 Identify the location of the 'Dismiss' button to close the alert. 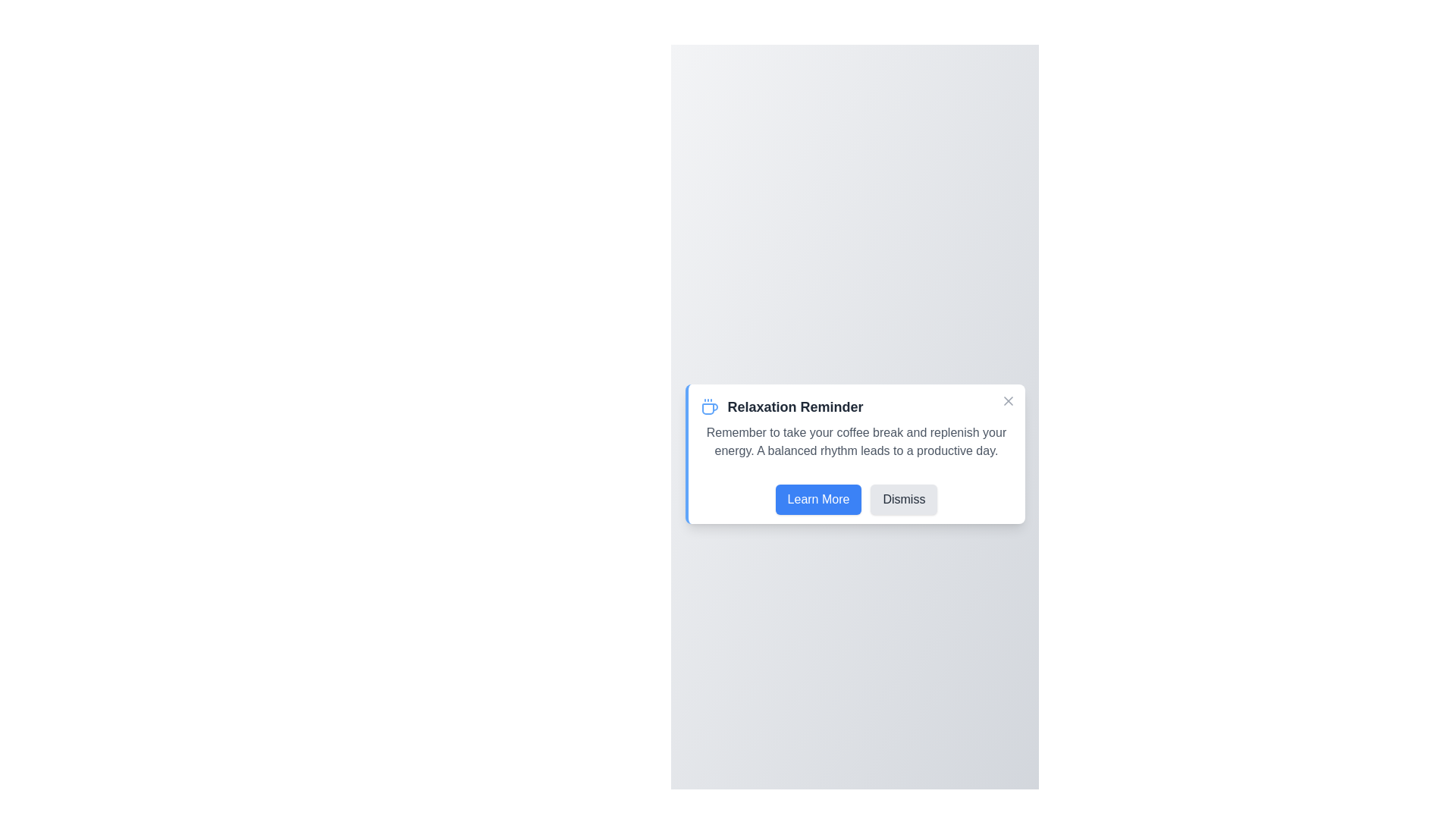
(903, 500).